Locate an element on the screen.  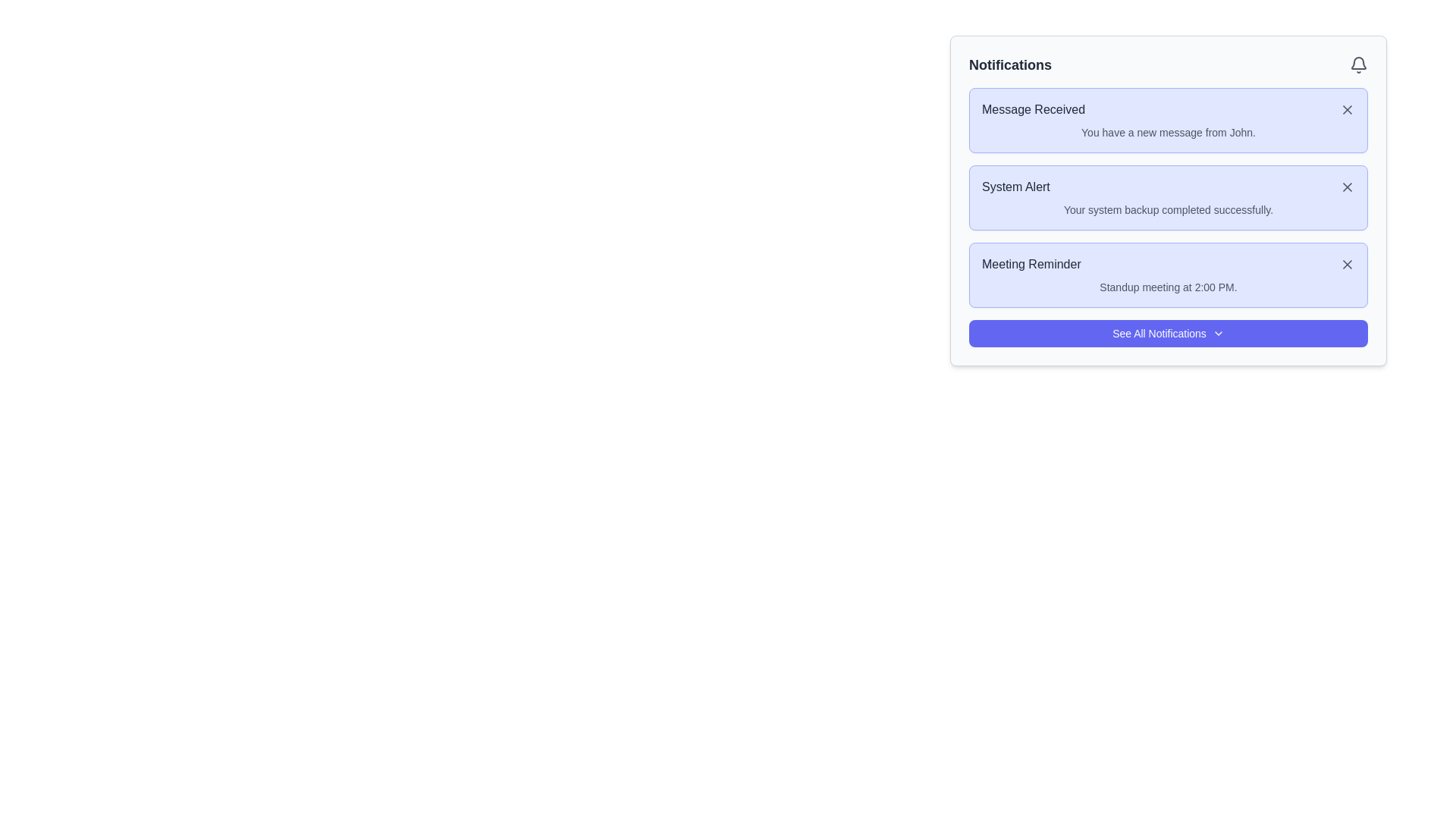
the text label displaying 'Notifications' in bold, large font, located at the top of the notification interface is located at coordinates (1010, 64).